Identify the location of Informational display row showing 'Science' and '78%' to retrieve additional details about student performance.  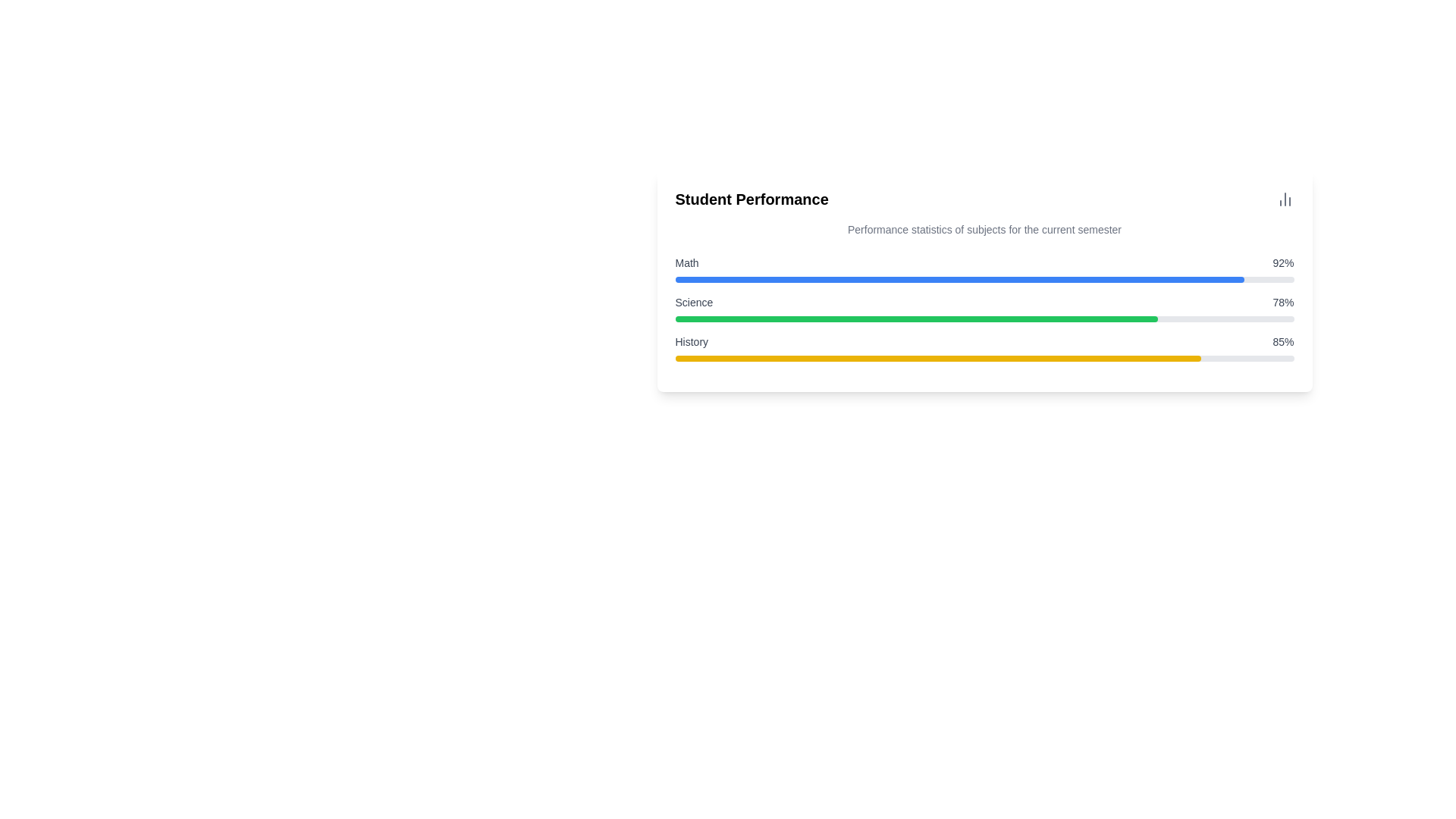
(984, 302).